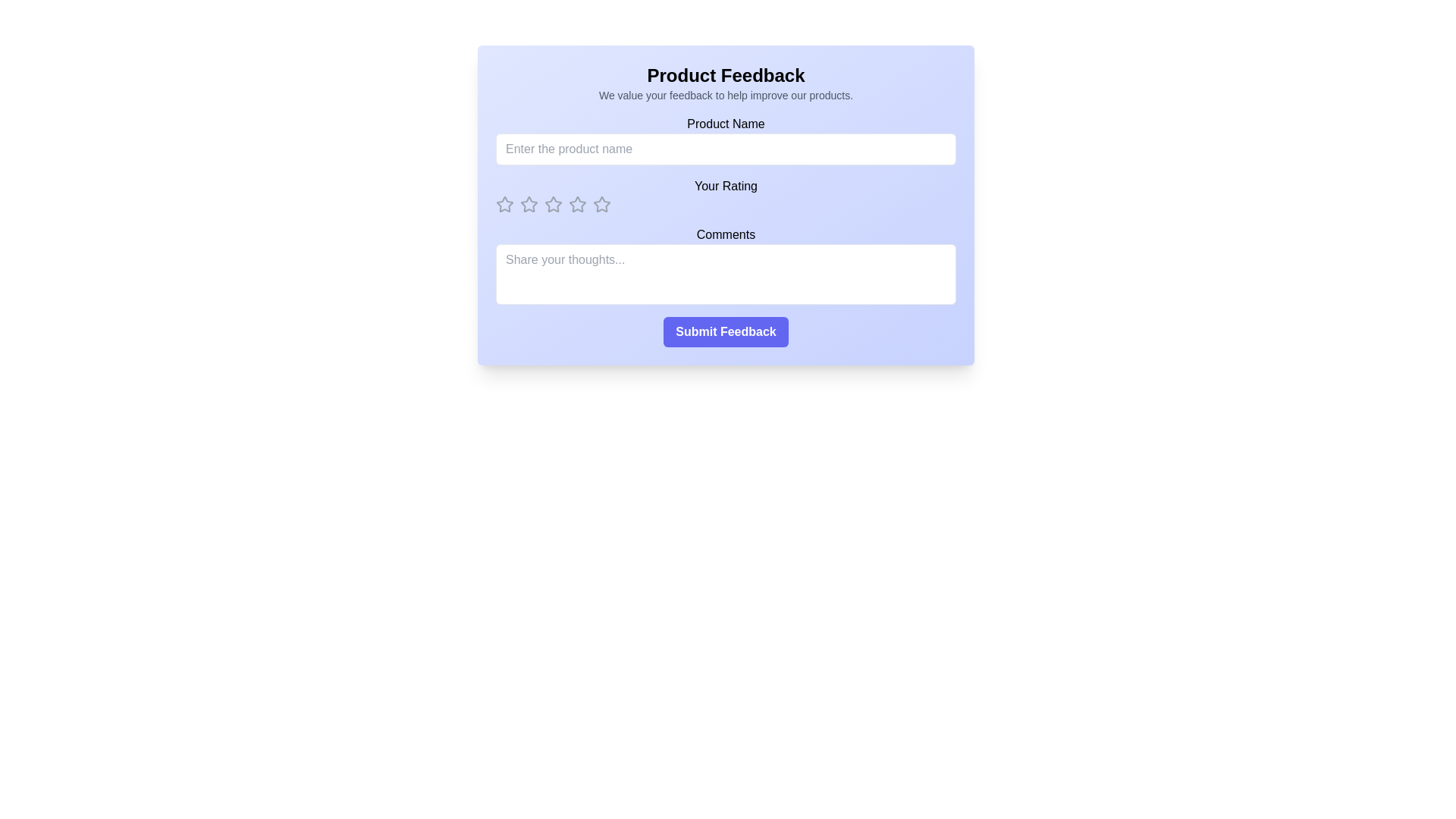 This screenshot has height=819, width=1456. Describe the element at coordinates (529, 205) in the screenshot. I see `the third star icon in the row of five, located under the label 'Your Rating' in a feedback form` at that location.